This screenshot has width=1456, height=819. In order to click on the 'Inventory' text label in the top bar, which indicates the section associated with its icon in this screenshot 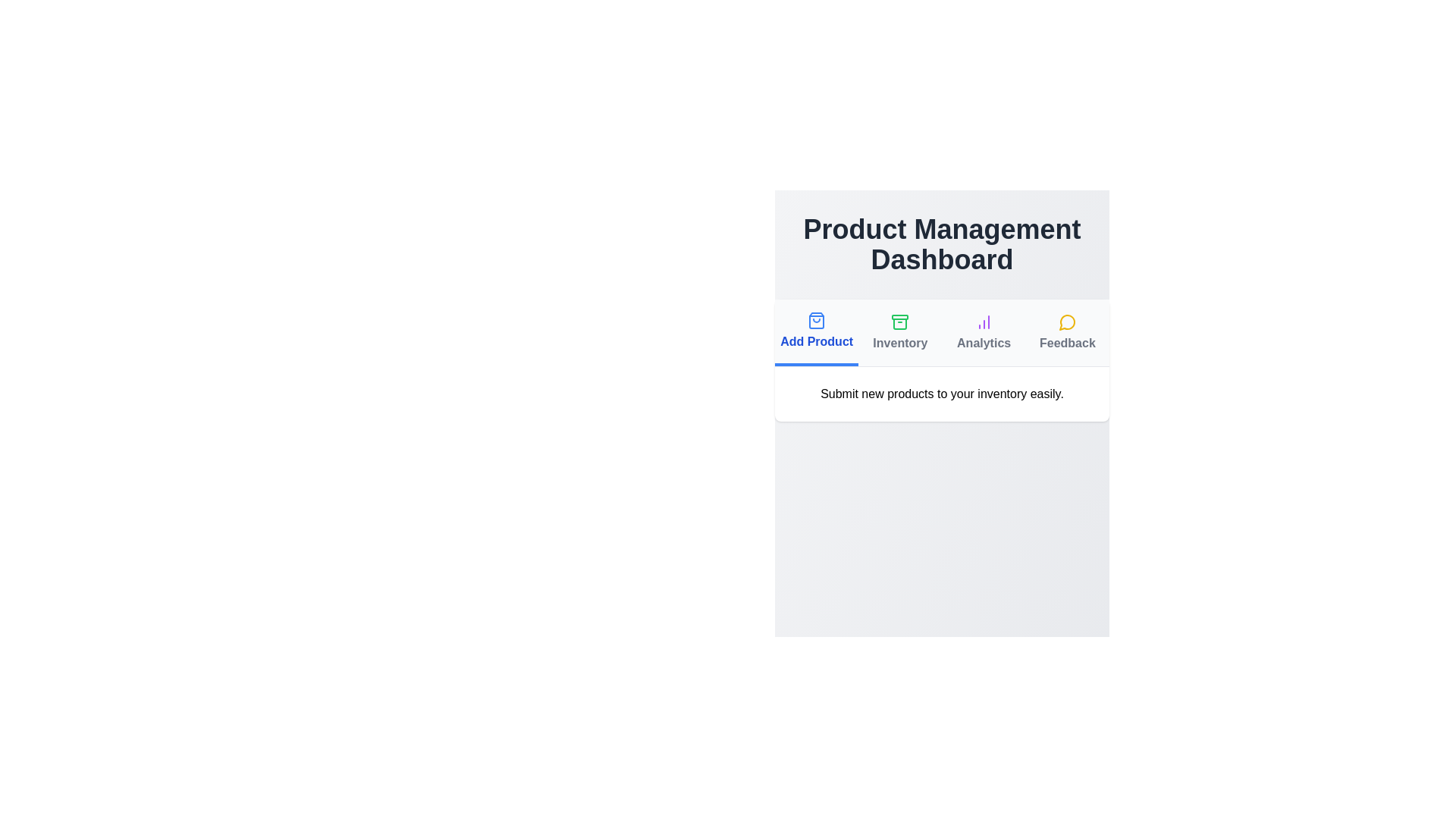, I will do `click(900, 343)`.